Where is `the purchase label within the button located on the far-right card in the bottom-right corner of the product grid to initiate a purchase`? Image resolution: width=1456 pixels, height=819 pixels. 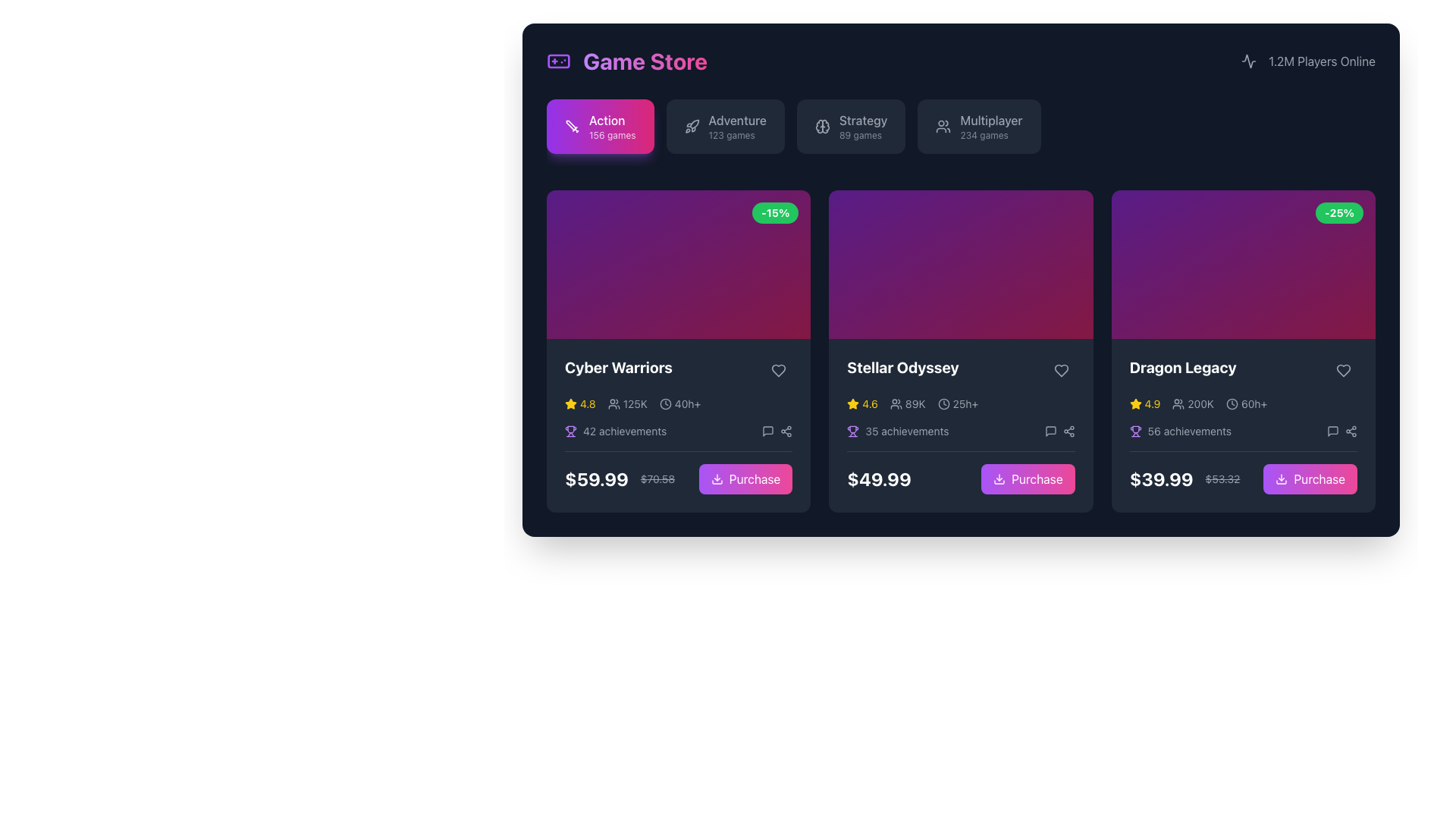
the purchase label within the button located on the far-right card in the bottom-right corner of the product grid to initiate a purchase is located at coordinates (1319, 479).